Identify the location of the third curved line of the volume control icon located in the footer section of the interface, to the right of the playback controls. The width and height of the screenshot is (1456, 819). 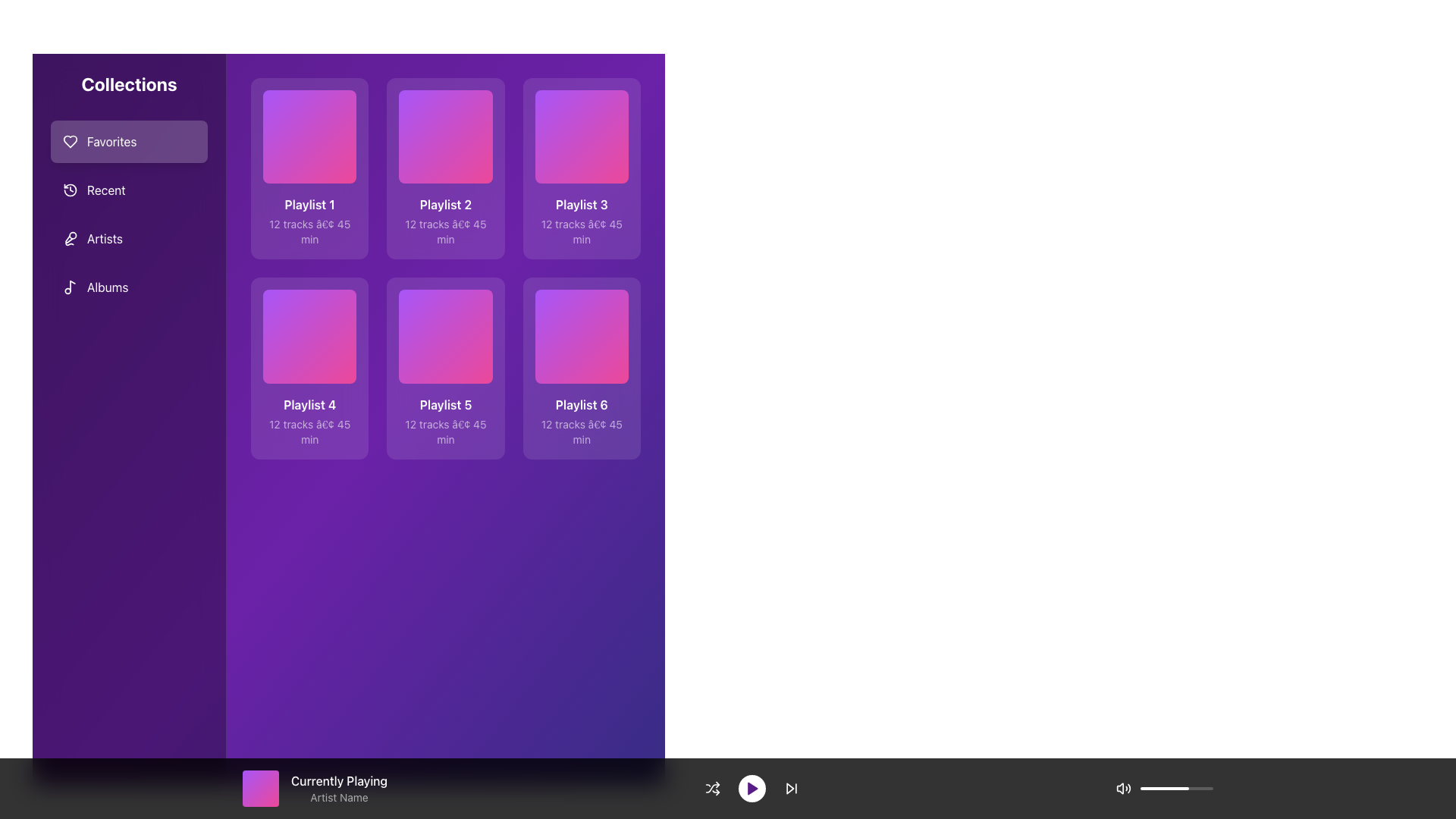
(1129, 788).